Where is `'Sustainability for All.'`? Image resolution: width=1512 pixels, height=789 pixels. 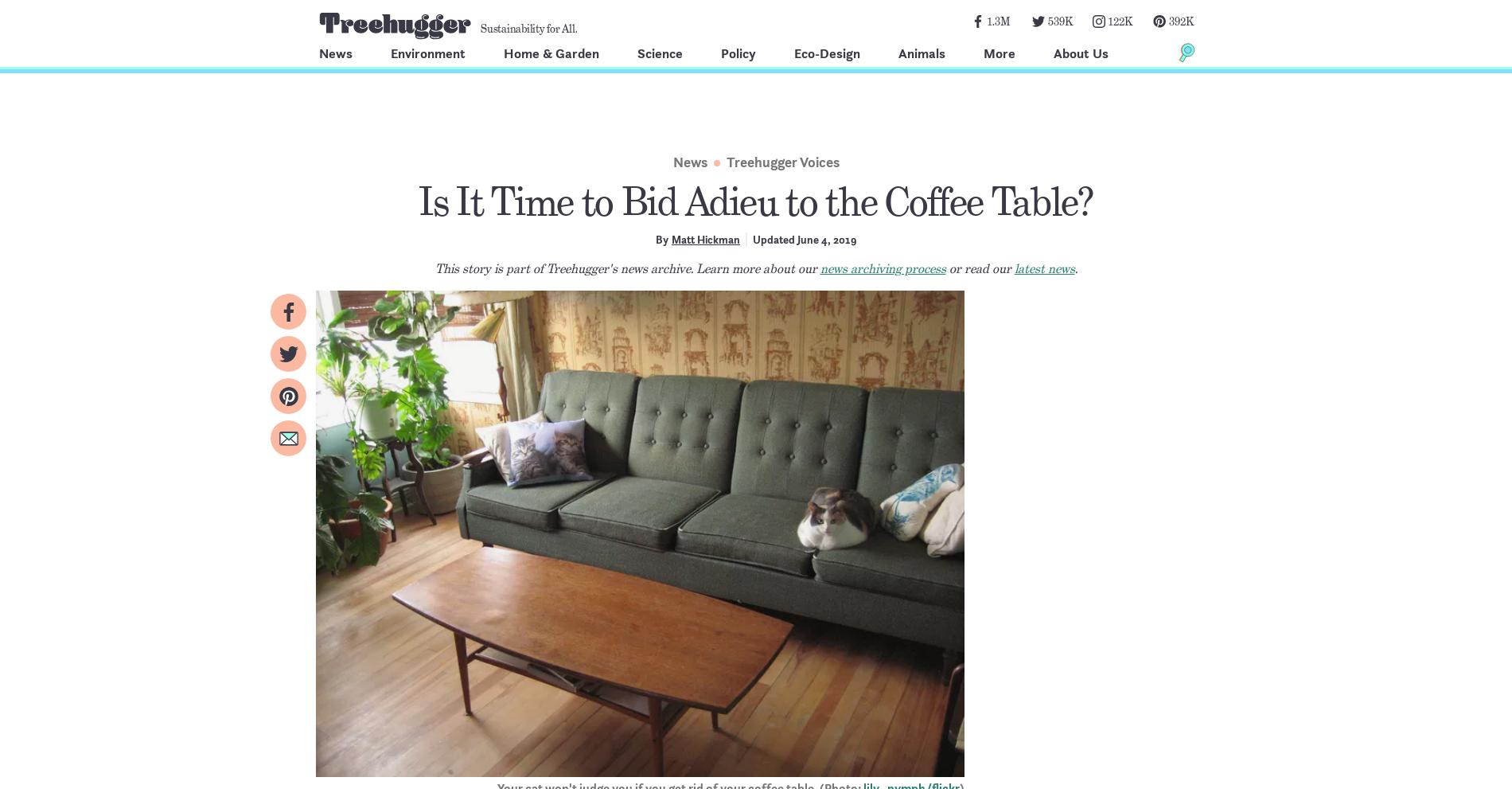 'Sustainability for All.' is located at coordinates (481, 27).